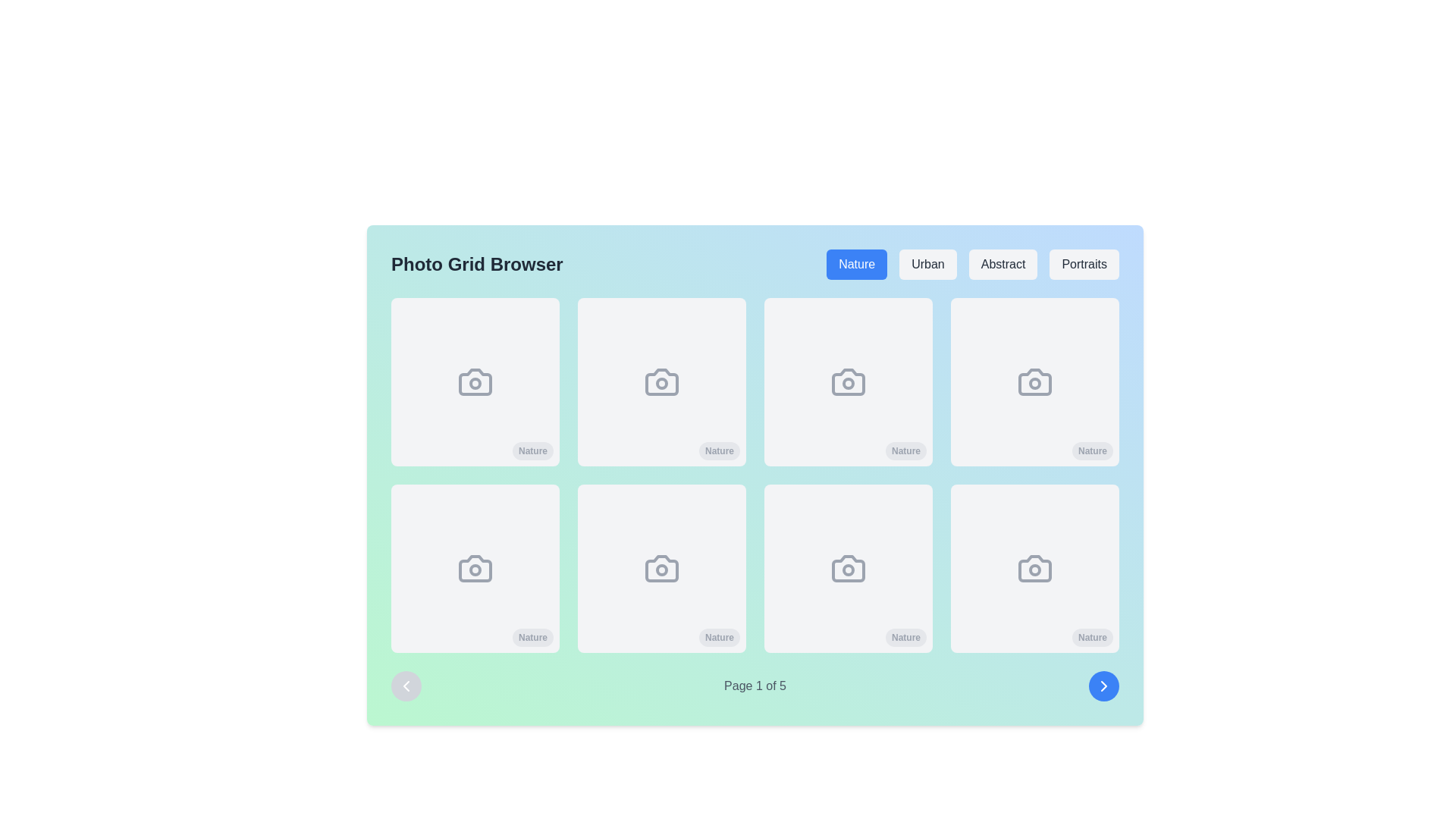  I want to click on the camera icon in the bottom-right square of the 4x2 grid, which is associated with nature, so click(1034, 568).